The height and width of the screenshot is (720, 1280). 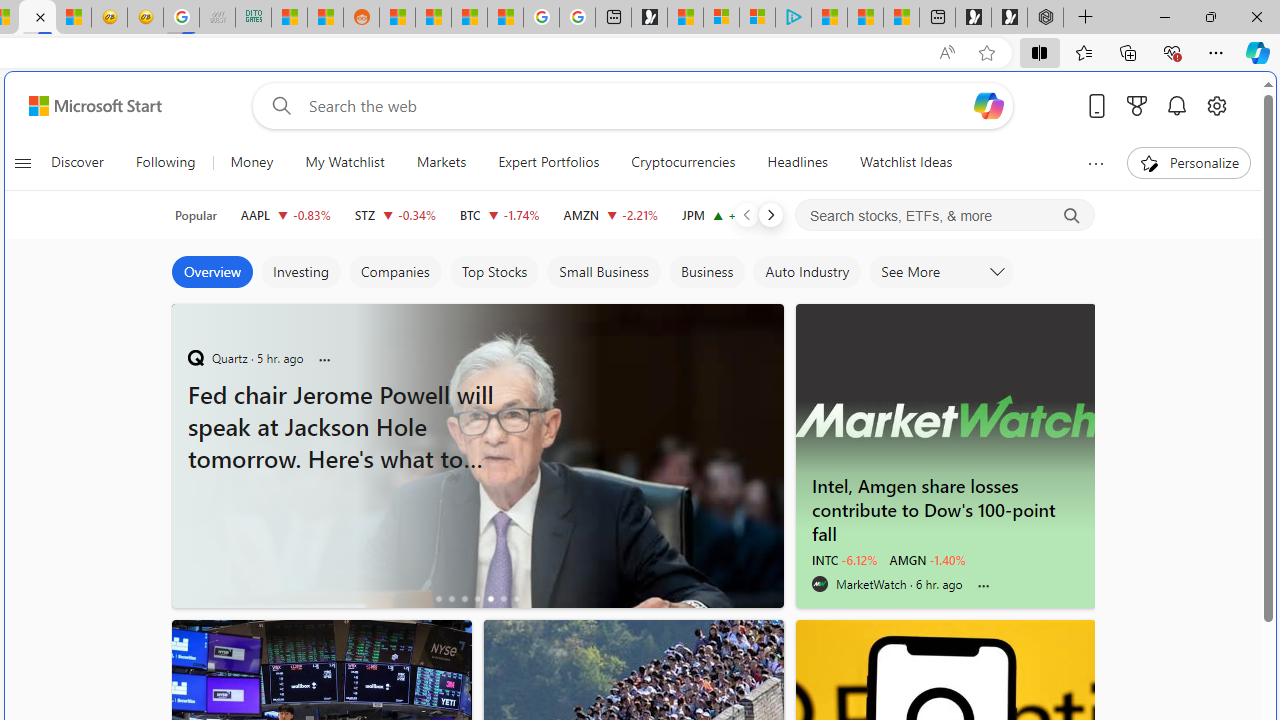 I want to click on 'Search stocks, ETFs, & more', so click(x=944, y=216).